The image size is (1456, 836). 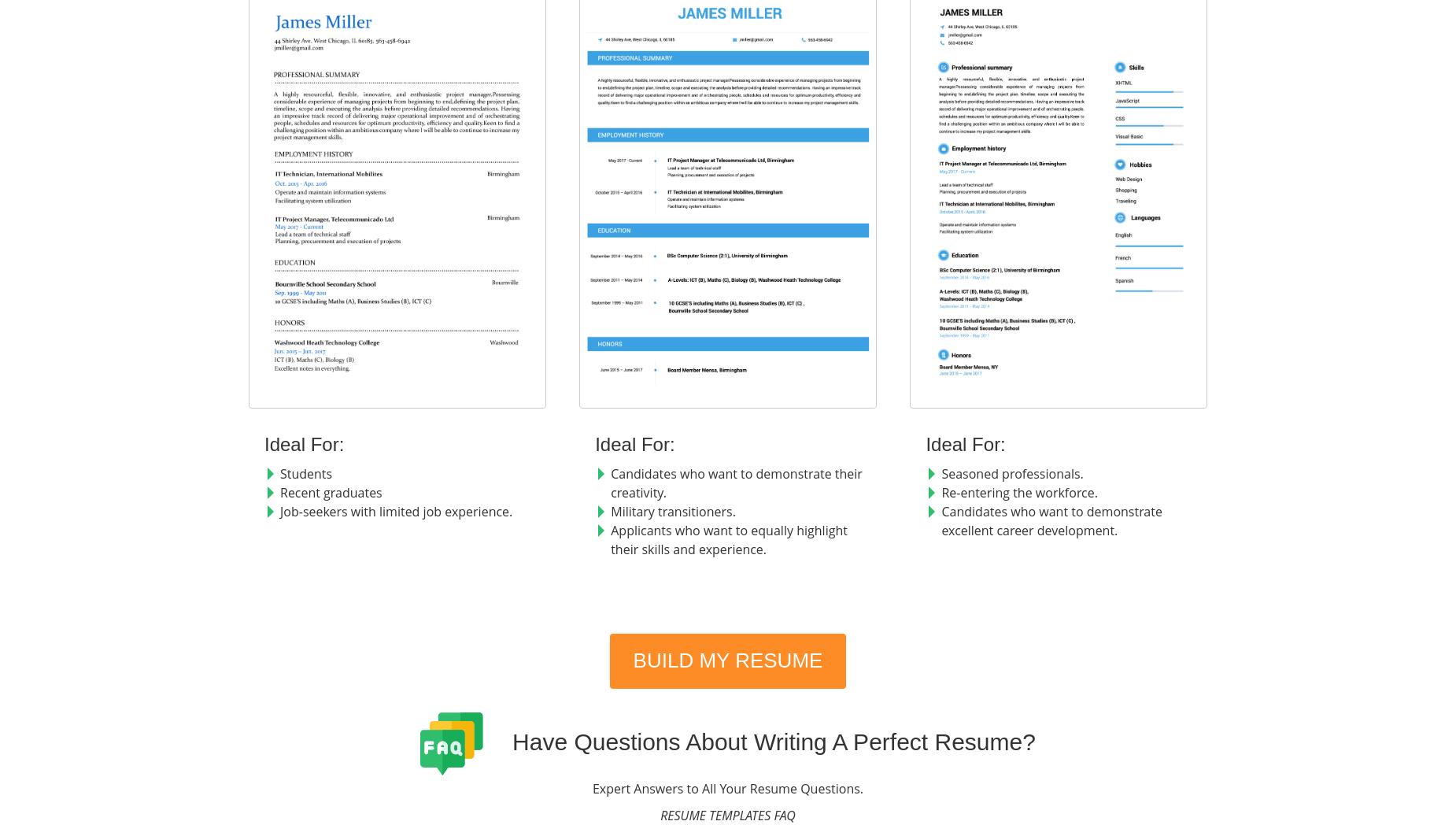 I want to click on 'Candidates who want to demonstrate excellent career development.', so click(x=940, y=520).